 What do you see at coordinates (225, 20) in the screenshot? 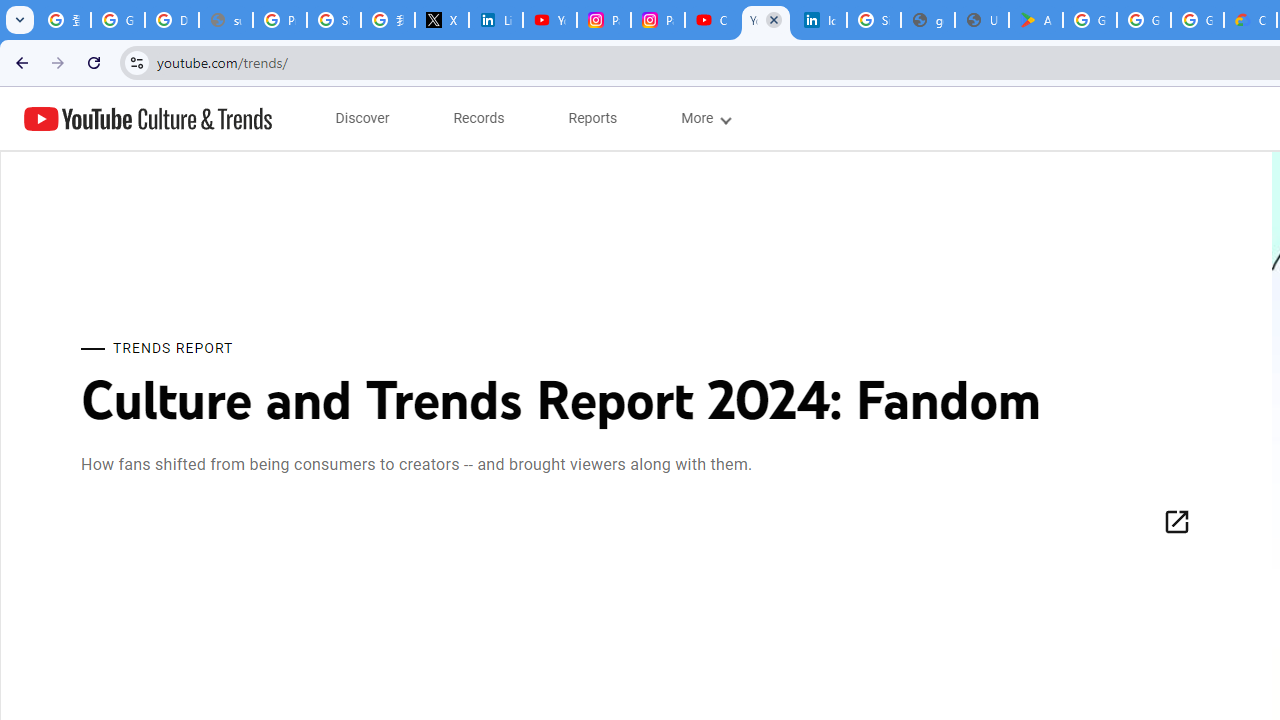
I see `'support.google.com - Network error'` at bounding box center [225, 20].